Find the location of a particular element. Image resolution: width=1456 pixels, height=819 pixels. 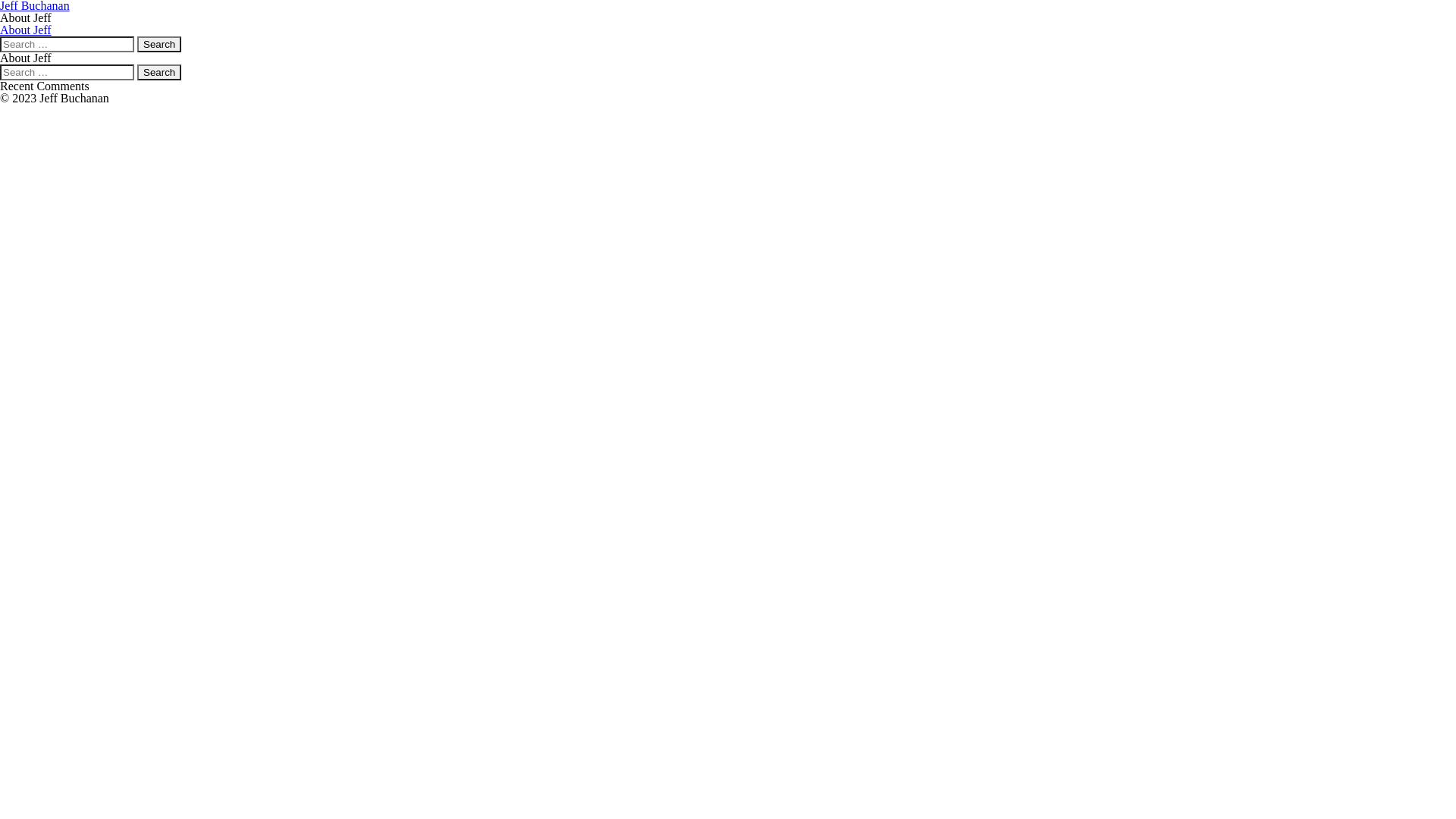

'Search' is located at coordinates (159, 43).